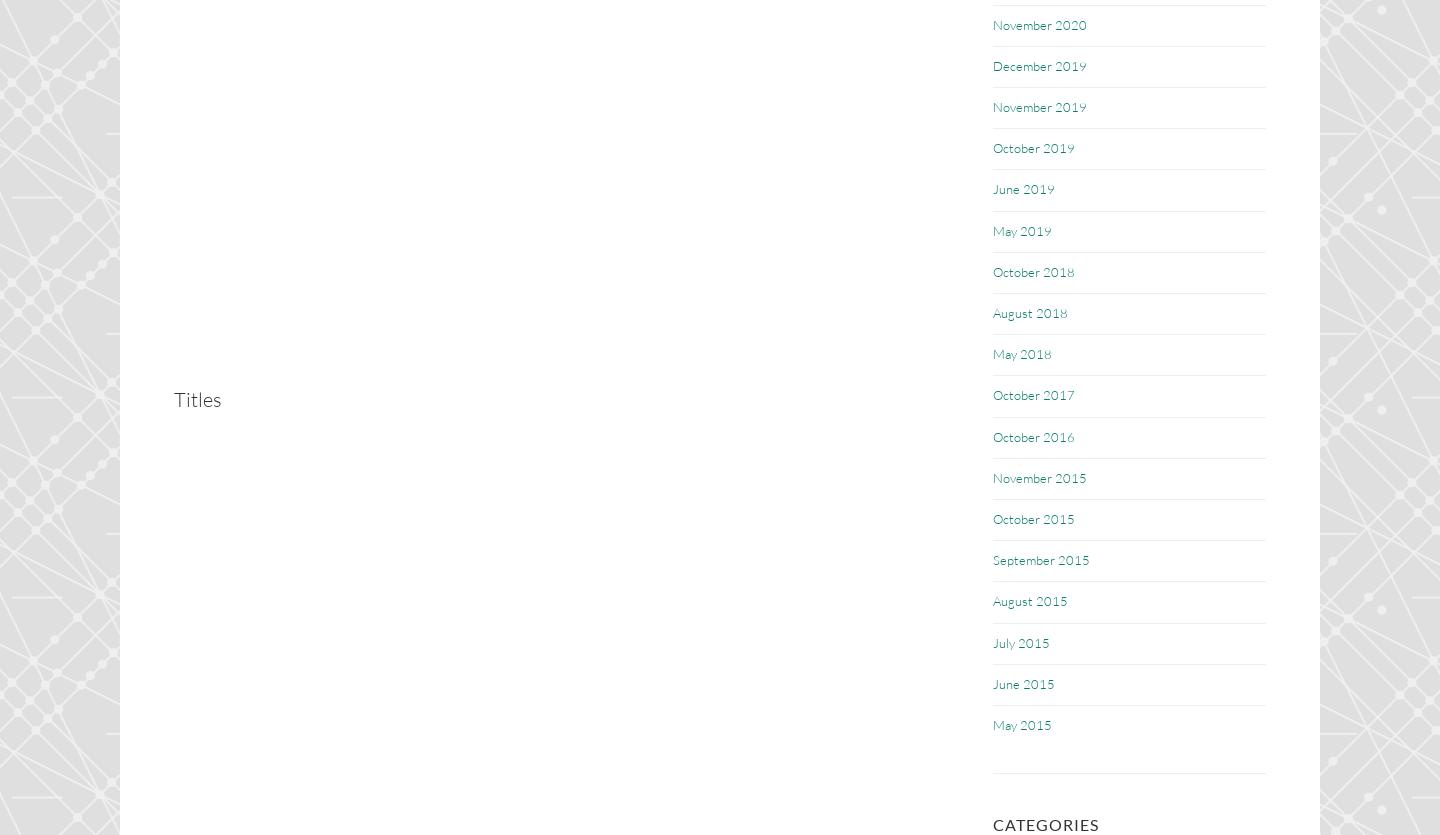  I want to click on 'November 2015', so click(1039, 476).